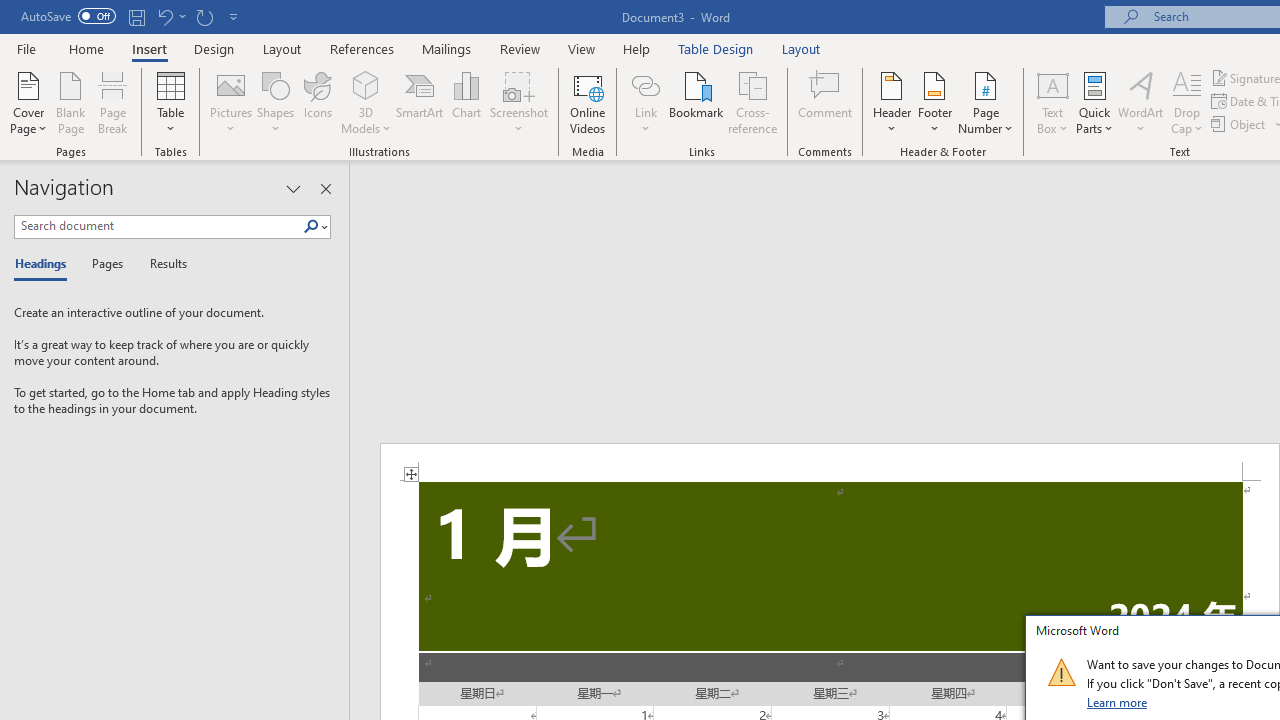 The image size is (1280, 720). I want to click on 'Pictures', so click(231, 103).